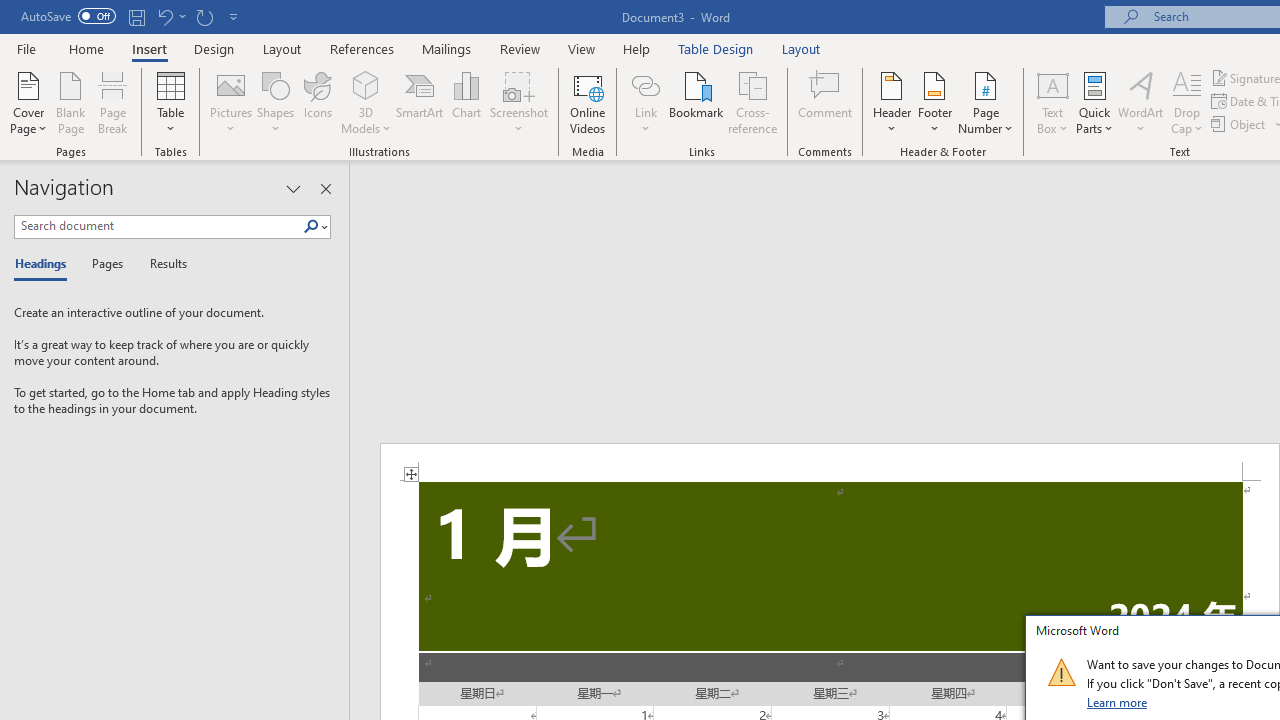 The image size is (1280, 720). I want to click on 'Pictures', so click(231, 103).